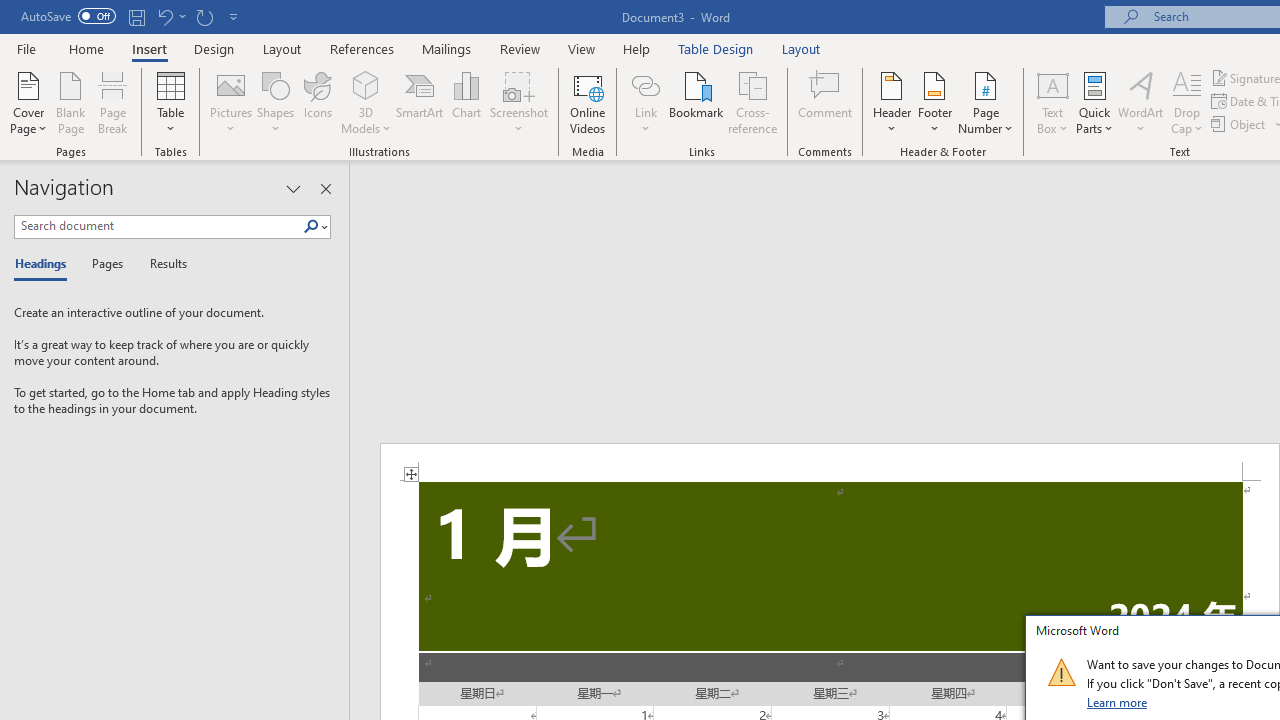 The image size is (1280, 720). I want to click on 'Pictures', so click(231, 103).